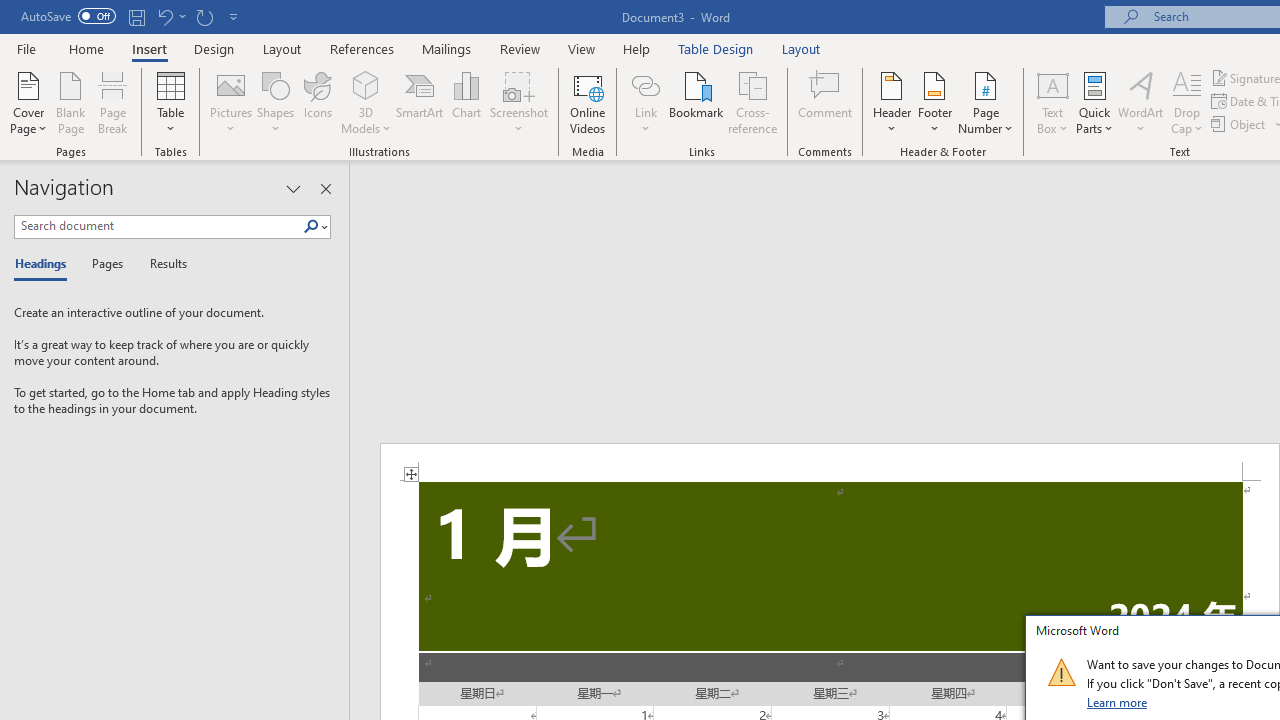 The image size is (1280, 720). I want to click on 'Pictures', so click(231, 103).